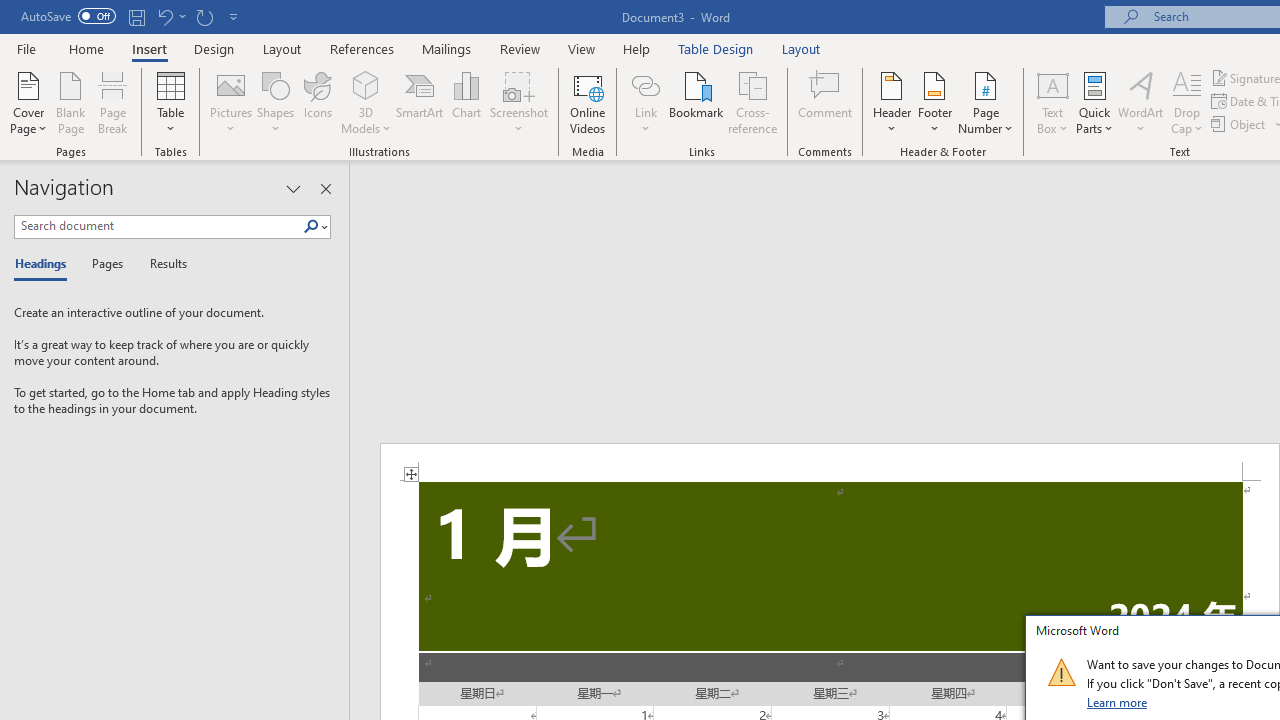 The image size is (1280, 720). I want to click on 'Pictures', so click(231, 103).